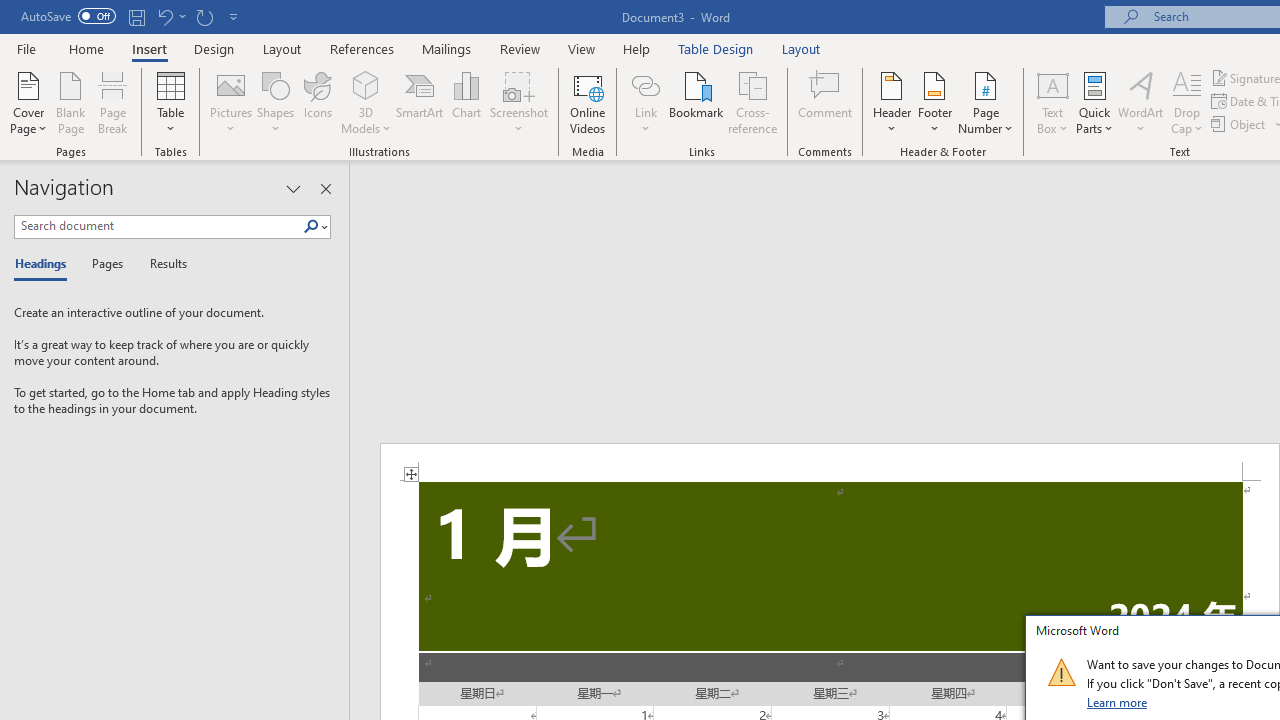 The image size is (1280, 720). I want to click on 'Pictures', so click(231, 103).